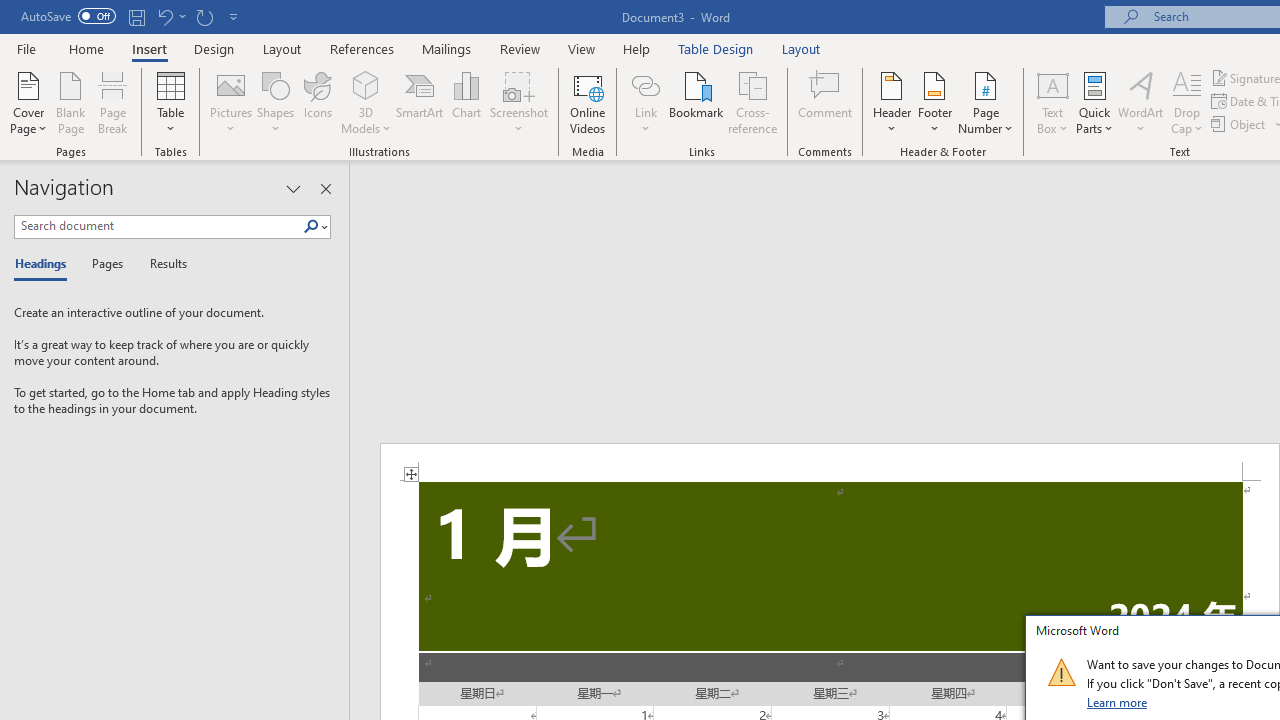 The image size is (1280, 720). I want to click on 'Pictures', so click(231, 103).